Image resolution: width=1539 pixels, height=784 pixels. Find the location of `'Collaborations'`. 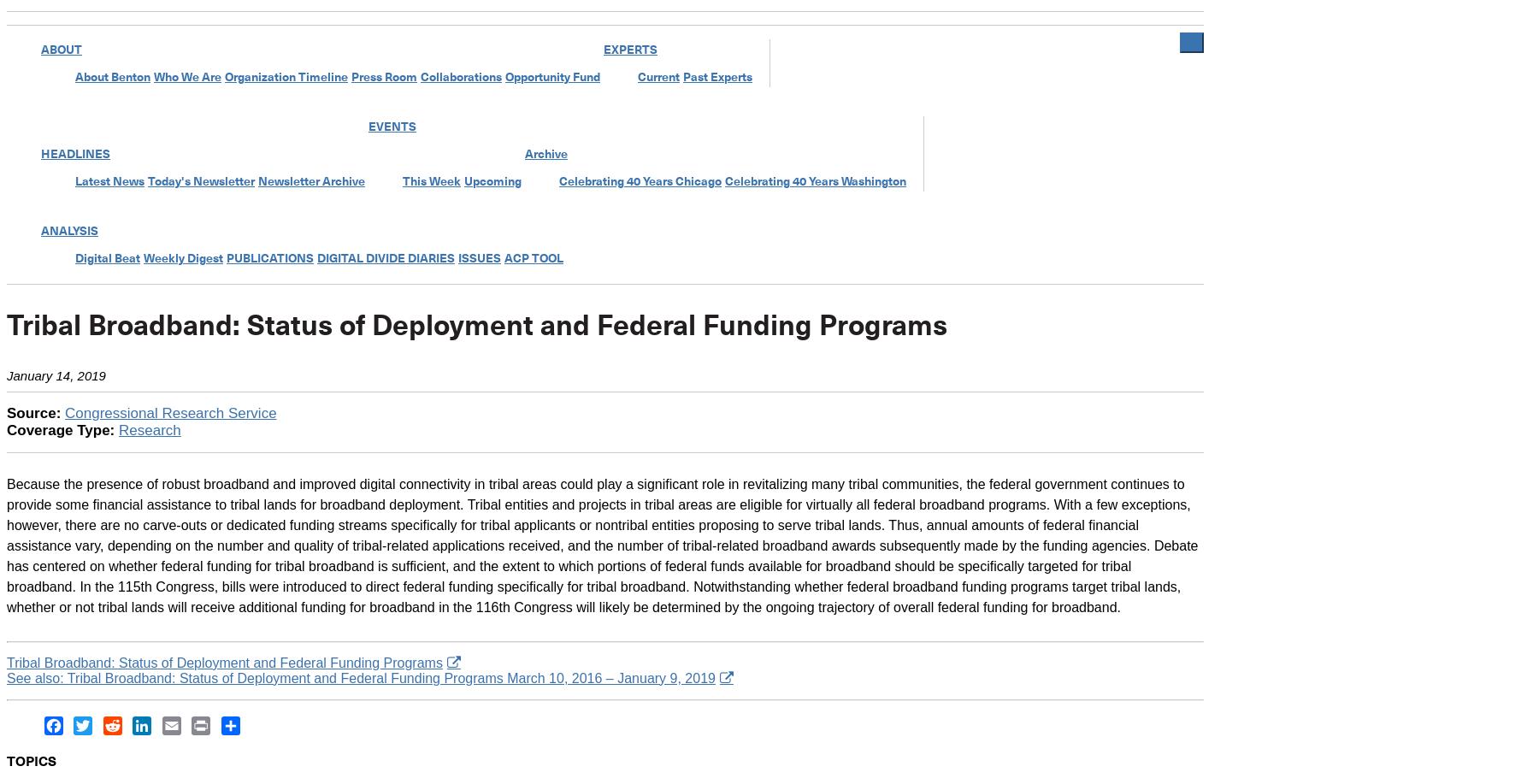

'Collaborations' is located at coordinates (419, 76).